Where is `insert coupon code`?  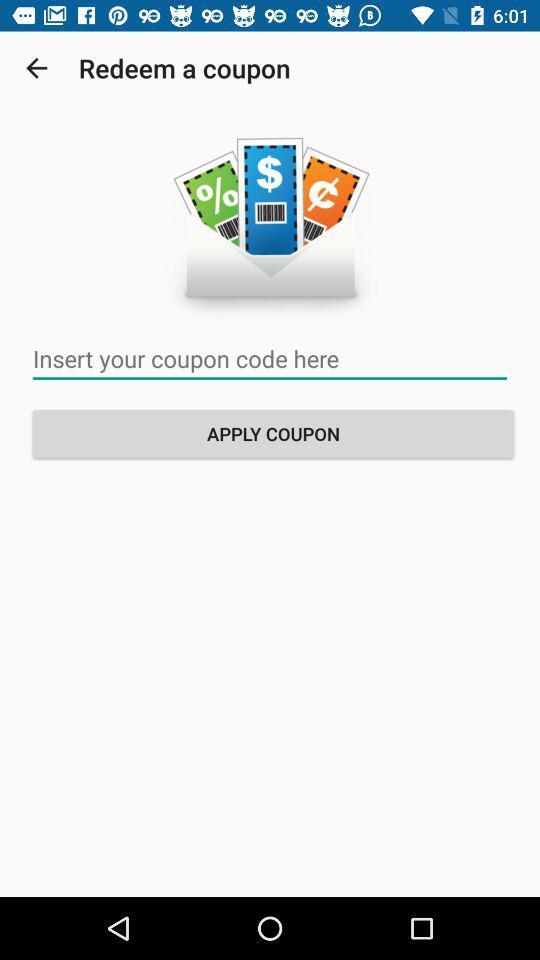
insert coupon code is located at coordinates (270, 359).